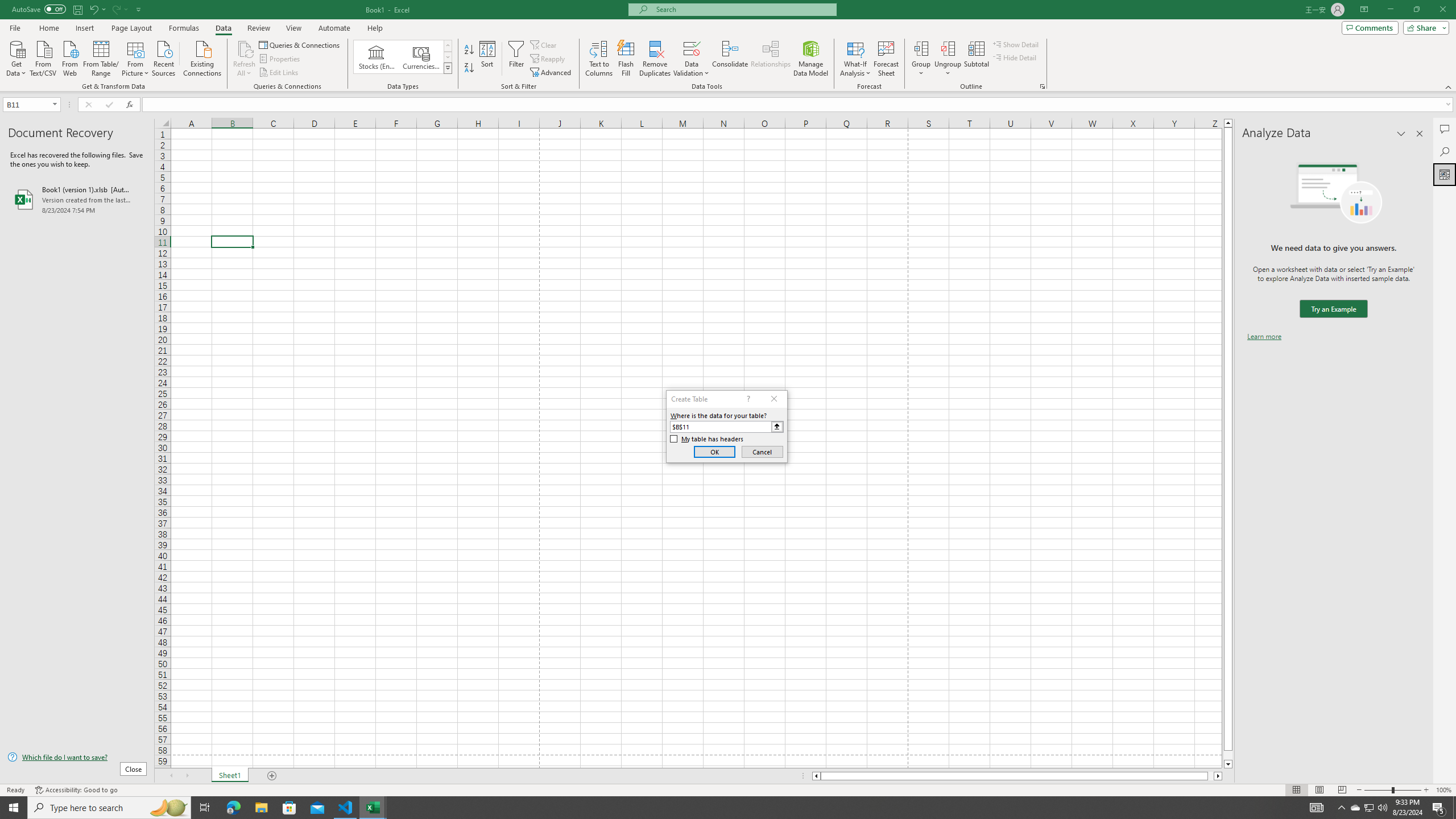 This screenshot has width=1456, height=819. What do you see at coordinates (1015, 44) in the screenshot?
I see `'Show Detail'` at bounding box center [1015, 44].